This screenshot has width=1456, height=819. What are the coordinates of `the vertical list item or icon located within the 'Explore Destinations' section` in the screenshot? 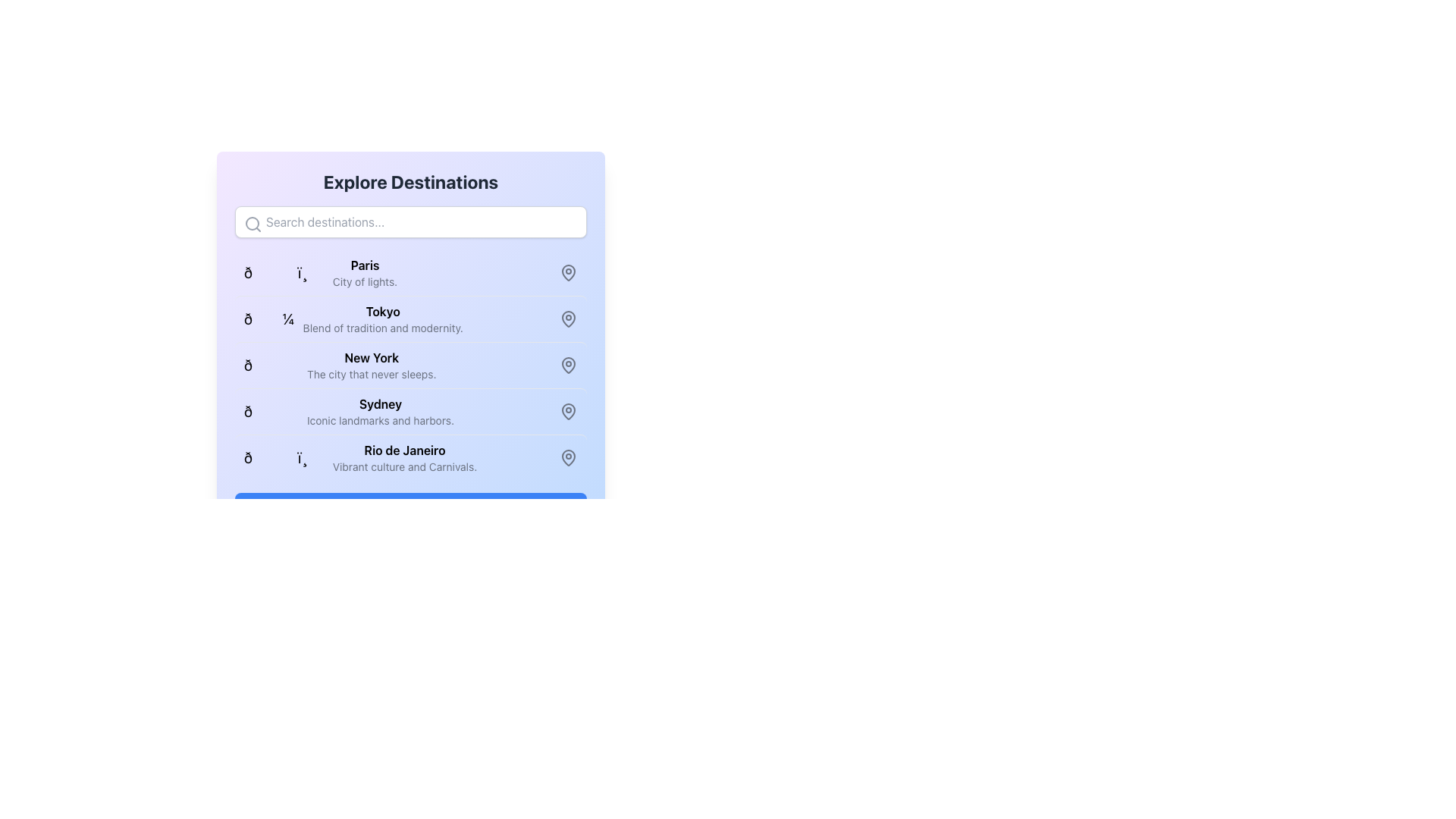 It's located at (411, 366).